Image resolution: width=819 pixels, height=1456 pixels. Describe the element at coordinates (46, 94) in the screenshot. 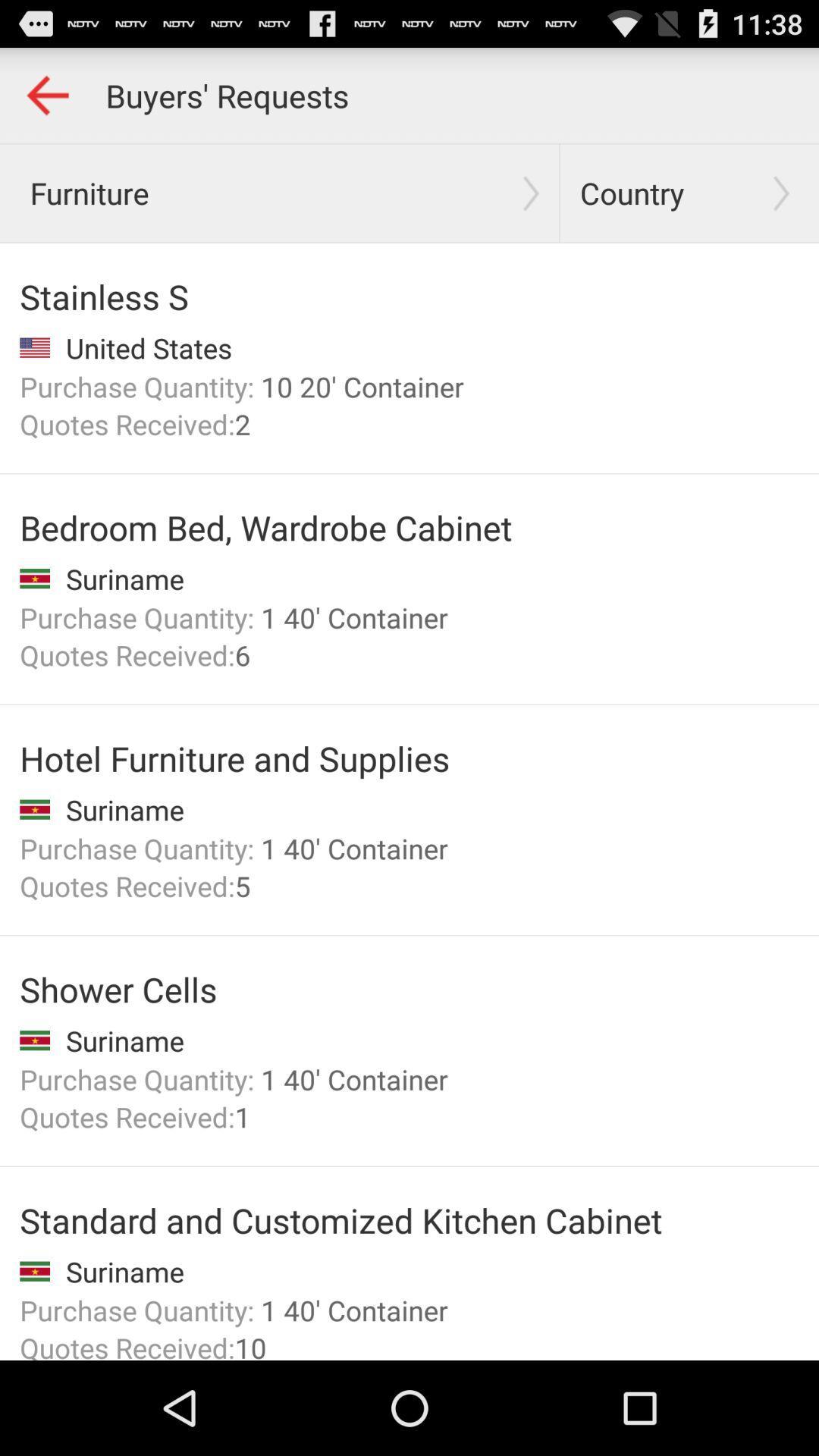

I see `previous page` at that location.